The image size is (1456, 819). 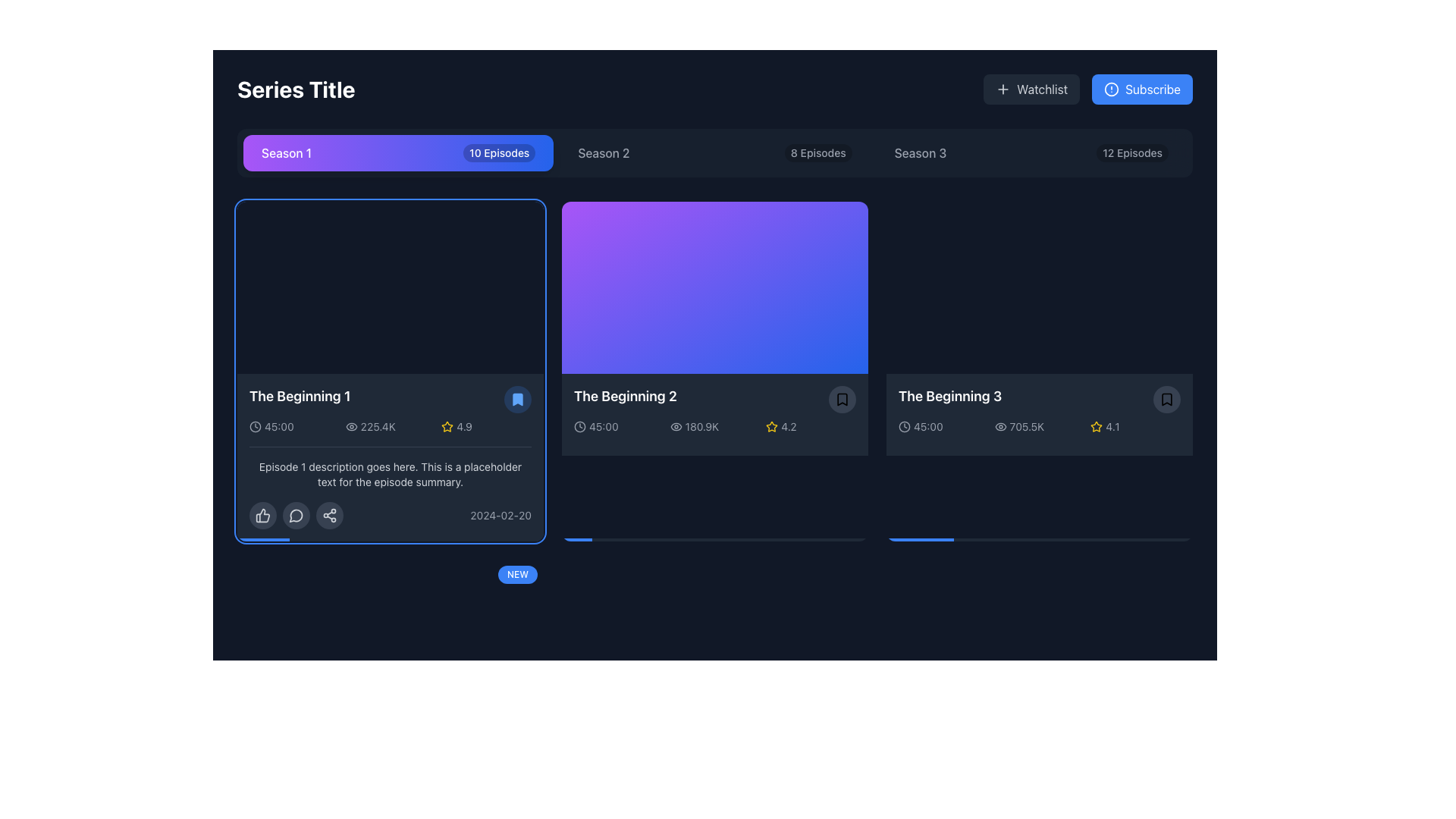 I want to click on the eye-shaped icon located to the left of '705.5K' in the lower section of the card for 'The Beginning 3', so click(x=1000, y=427).